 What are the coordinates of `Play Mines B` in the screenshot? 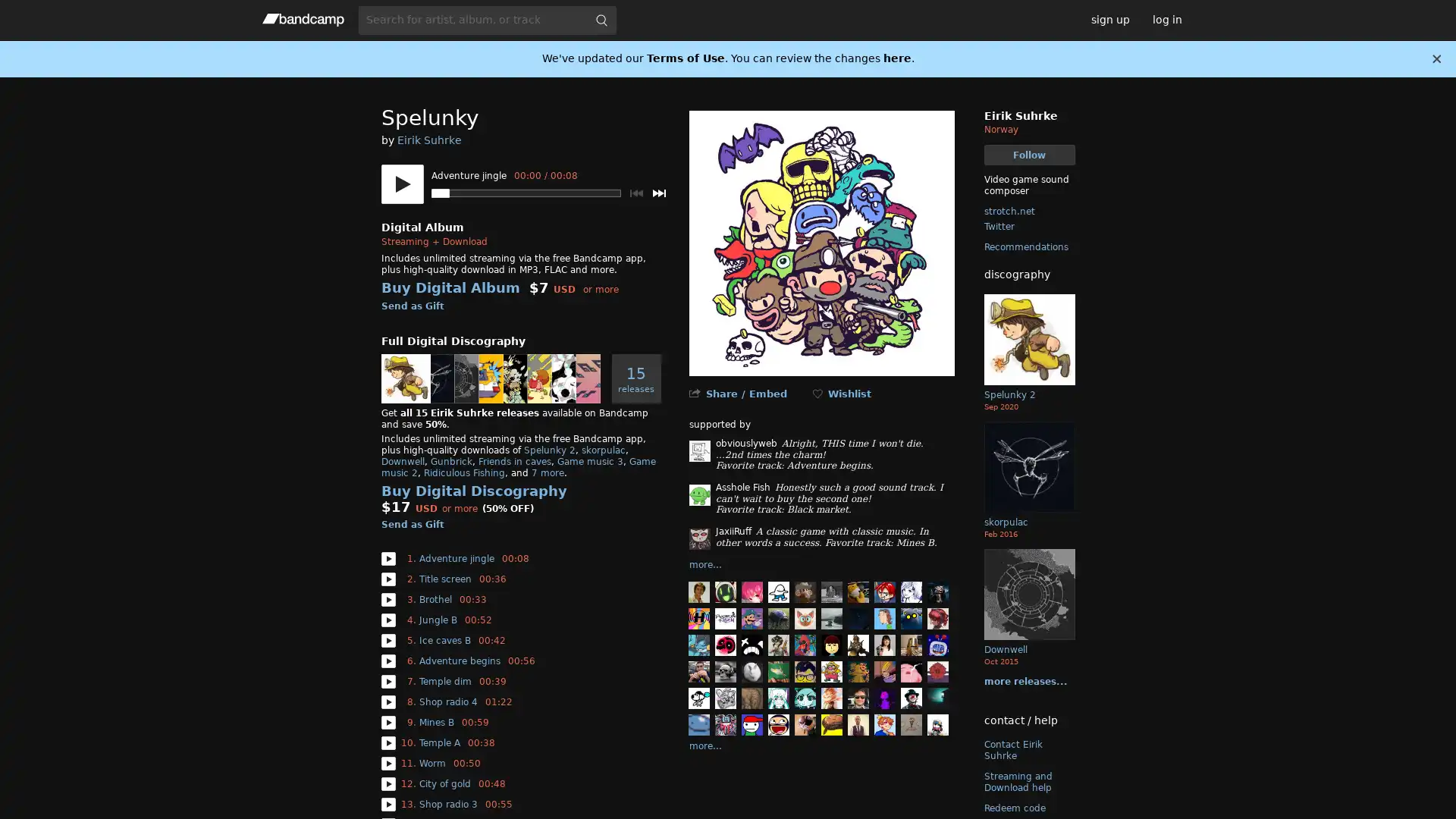 It's located at (388, 721).